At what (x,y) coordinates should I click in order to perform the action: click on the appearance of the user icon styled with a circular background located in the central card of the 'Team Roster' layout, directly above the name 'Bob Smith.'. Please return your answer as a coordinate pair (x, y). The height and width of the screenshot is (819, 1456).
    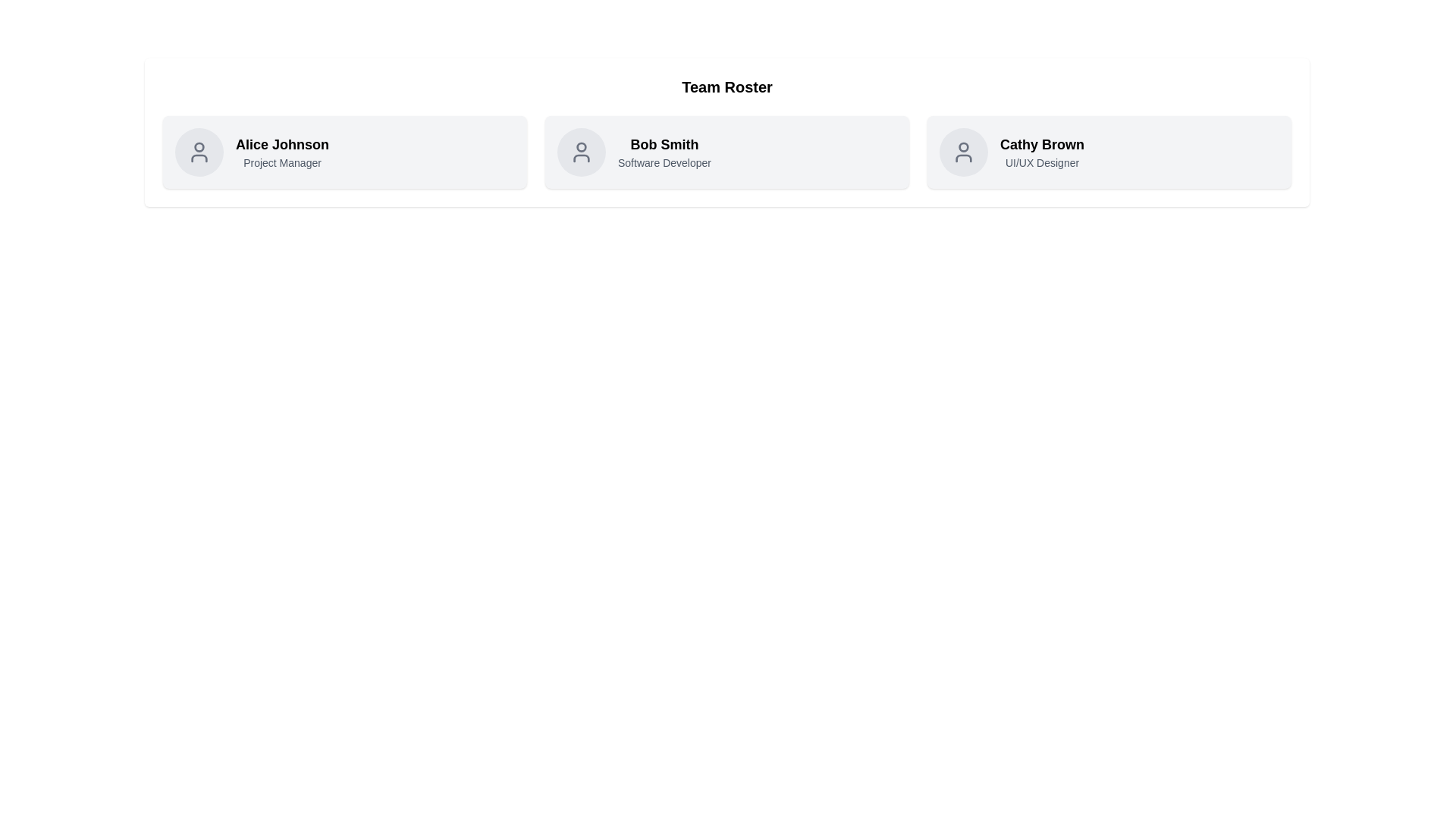
    Looking at the image, I should click on (581, 152).